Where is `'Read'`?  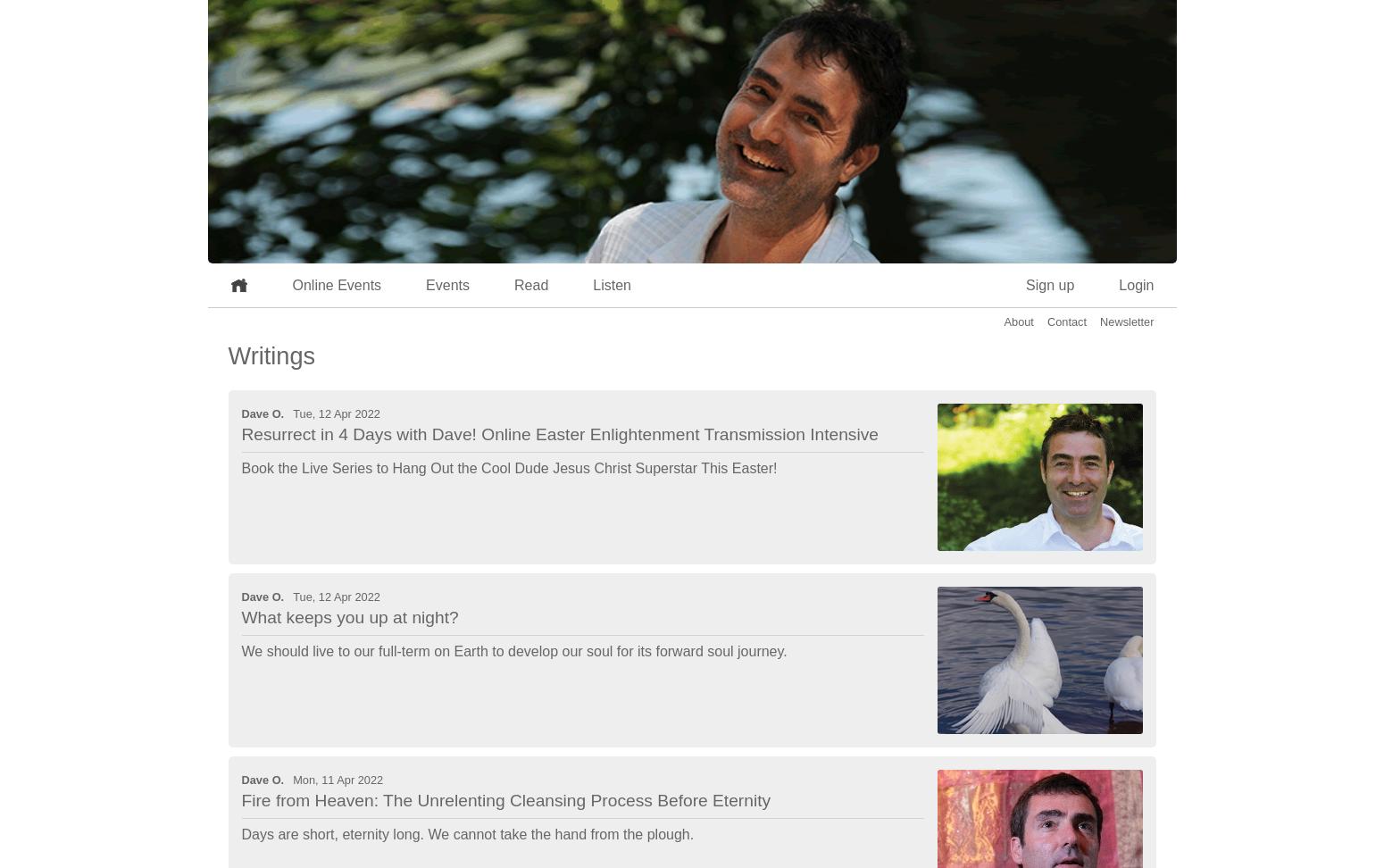
'Read' is located at coordinates (531, 284).